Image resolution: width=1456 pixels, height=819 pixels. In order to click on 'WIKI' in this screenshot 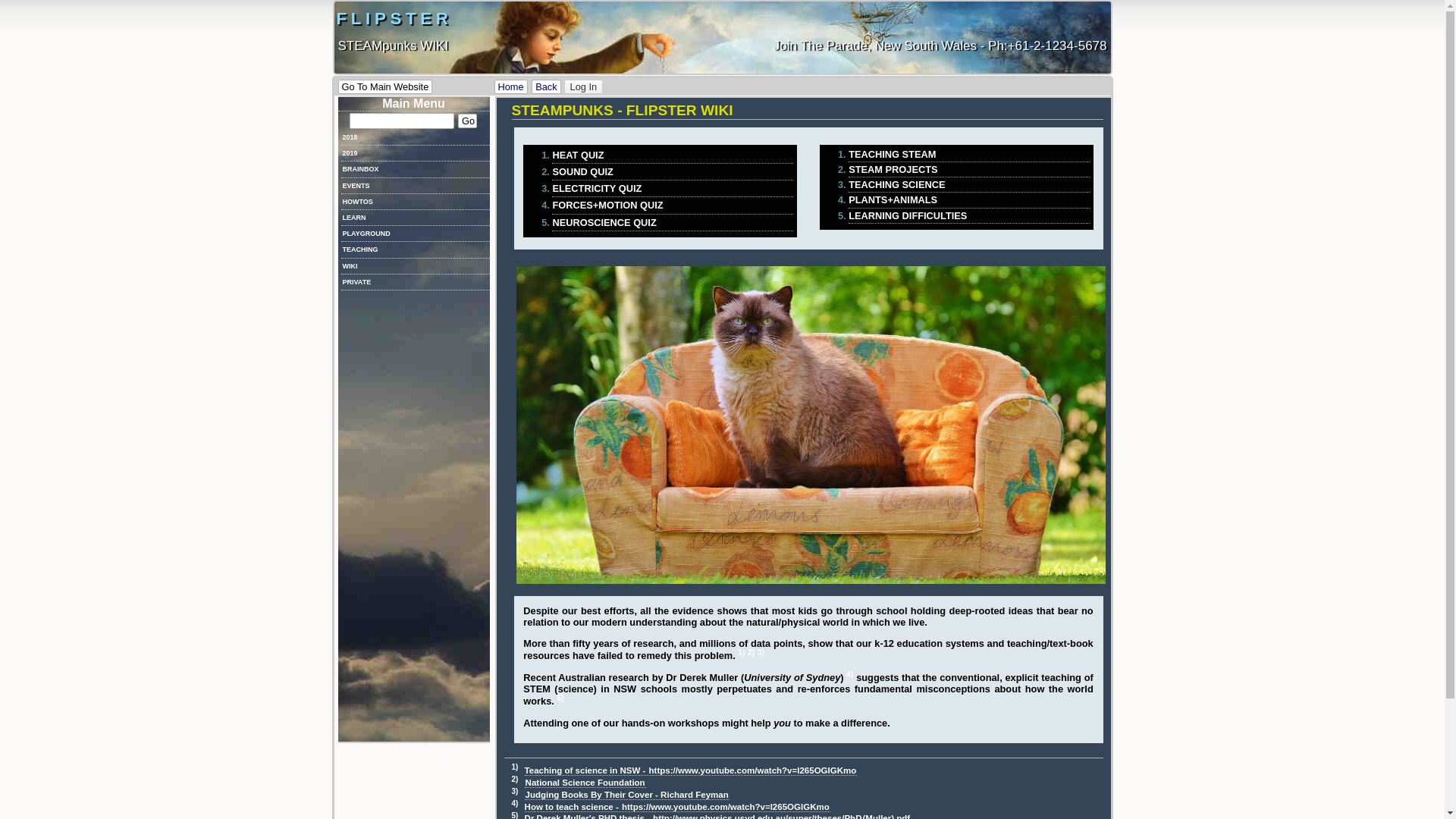, I will do `click(340, 265)`.